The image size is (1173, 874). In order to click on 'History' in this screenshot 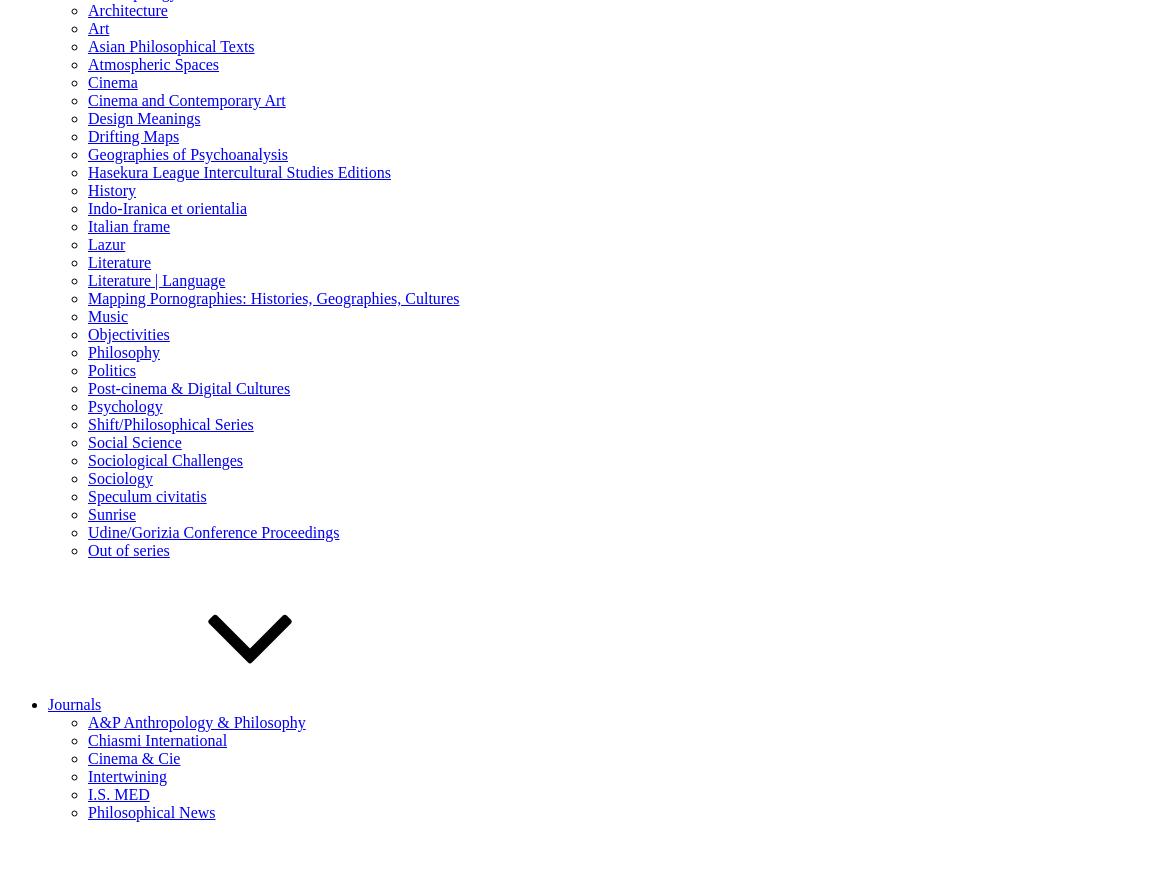, I will do `click(87, 188)`.